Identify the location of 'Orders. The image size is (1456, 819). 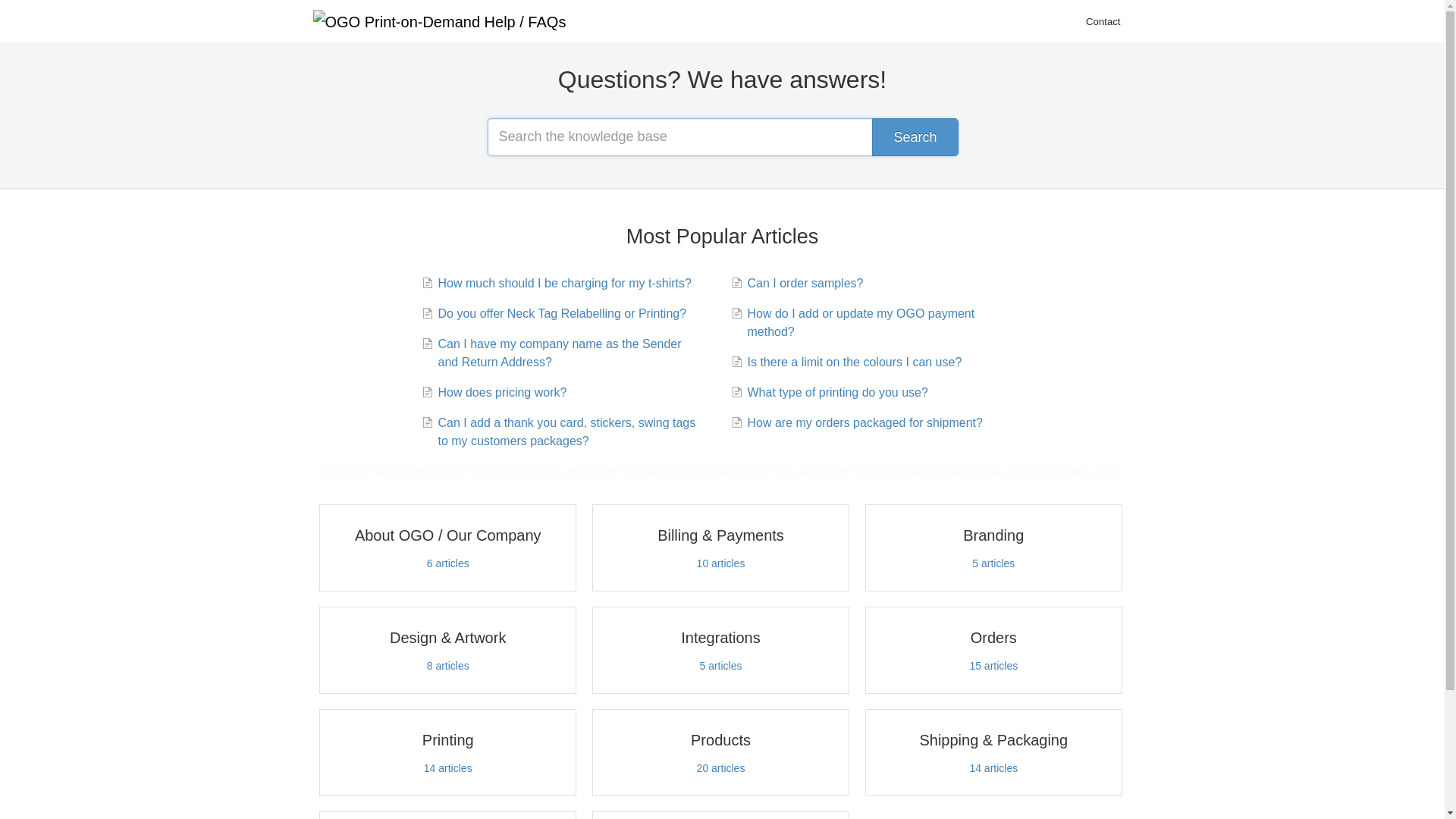
(993, 649).